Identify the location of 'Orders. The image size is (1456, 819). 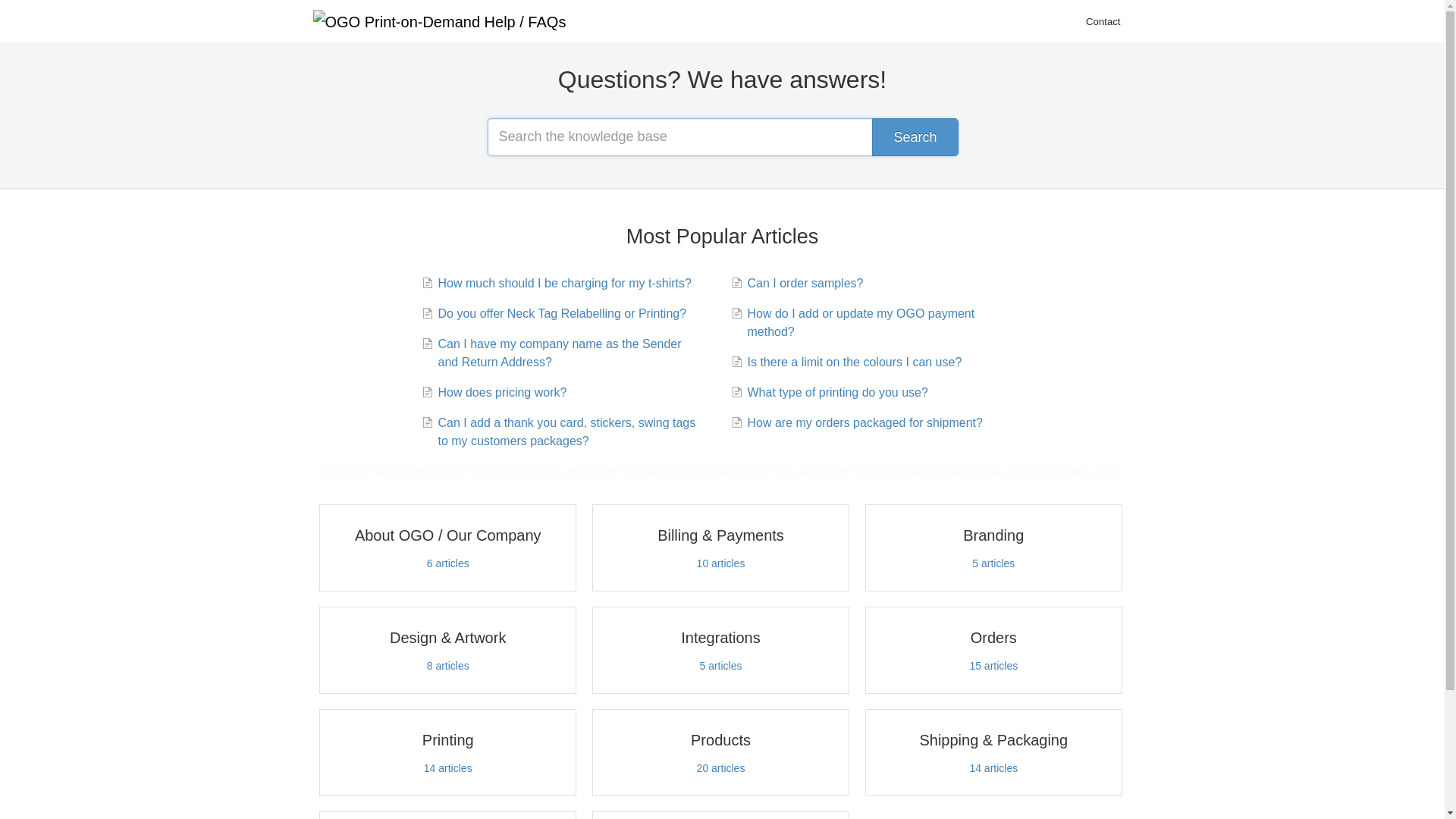
(993, 649).